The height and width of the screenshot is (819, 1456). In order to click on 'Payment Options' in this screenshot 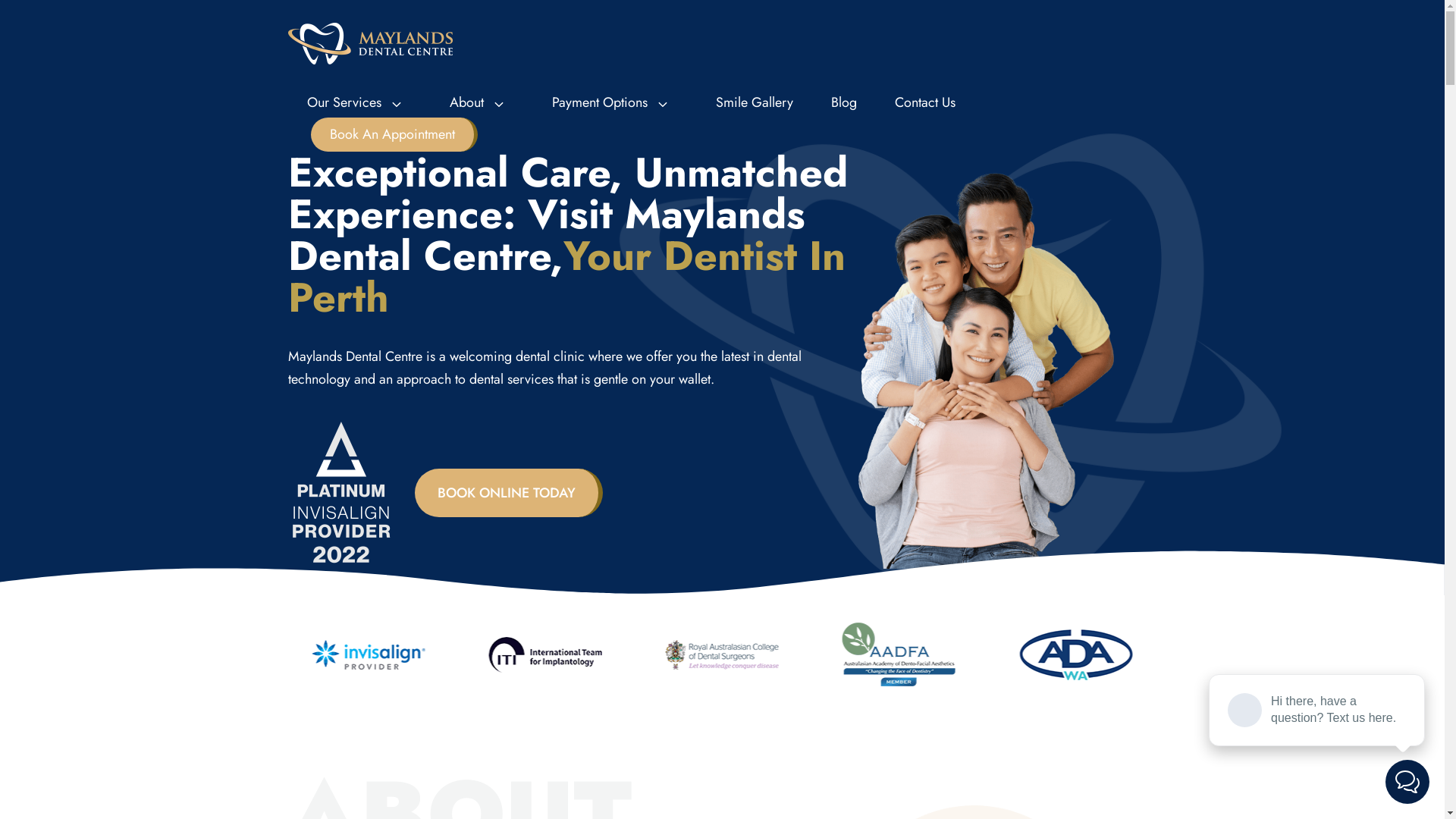, I will do `click(614, 102)`.